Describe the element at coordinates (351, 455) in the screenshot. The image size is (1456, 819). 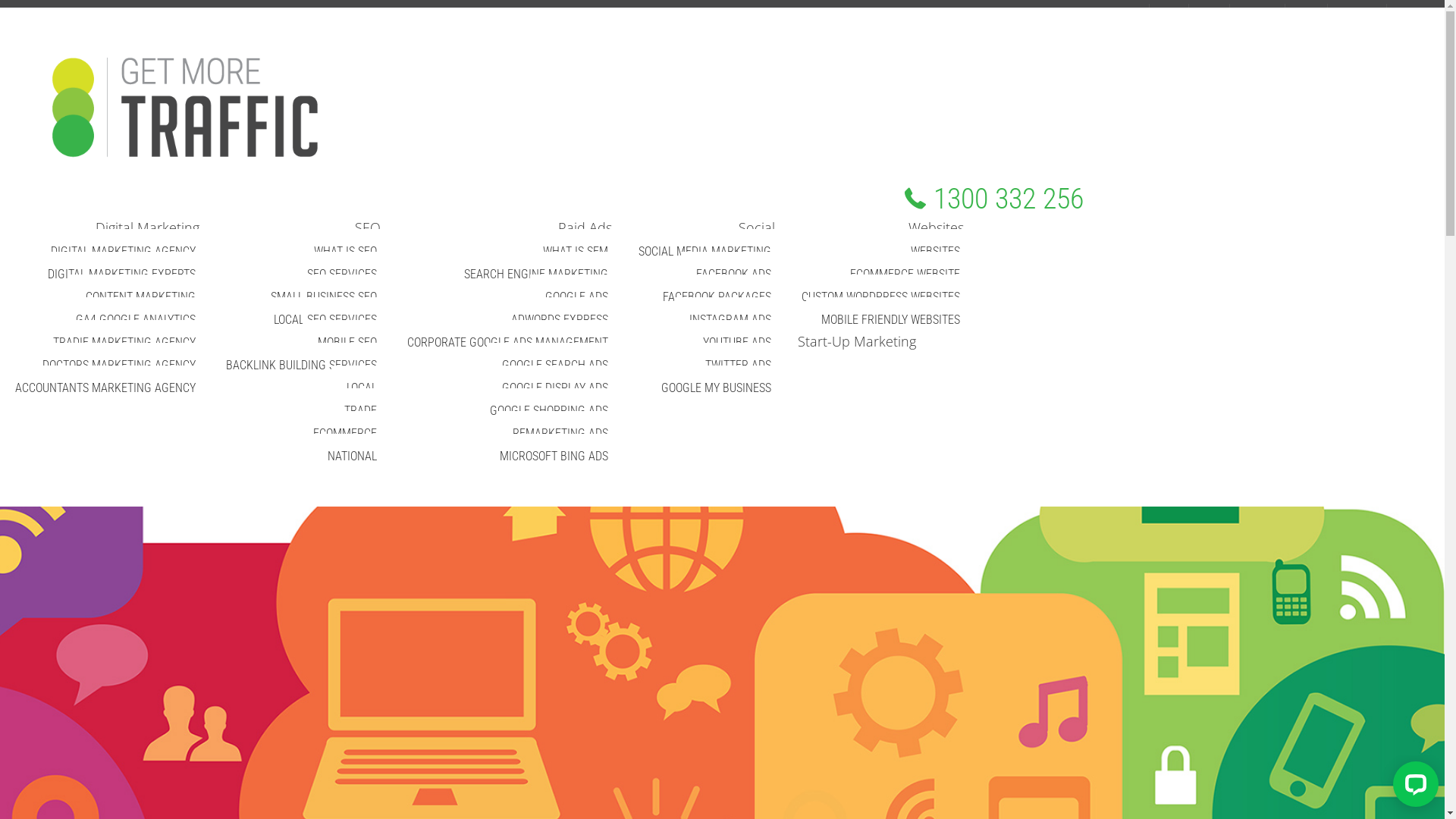
I see `'NATIONAL'` at that location.